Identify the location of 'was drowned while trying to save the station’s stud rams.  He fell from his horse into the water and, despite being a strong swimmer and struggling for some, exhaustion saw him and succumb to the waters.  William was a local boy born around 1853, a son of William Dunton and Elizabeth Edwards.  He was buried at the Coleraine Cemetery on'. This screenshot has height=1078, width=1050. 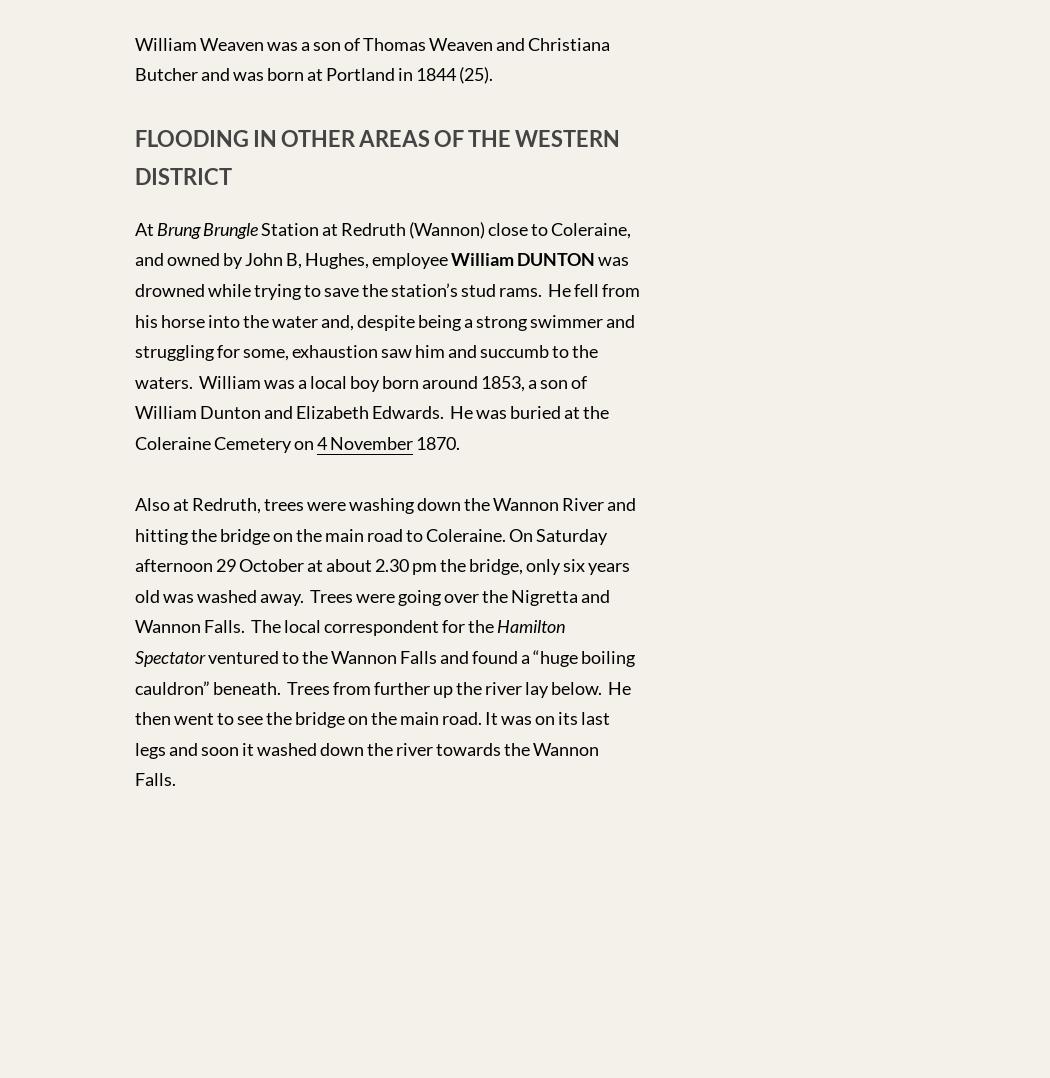
(387, 350).